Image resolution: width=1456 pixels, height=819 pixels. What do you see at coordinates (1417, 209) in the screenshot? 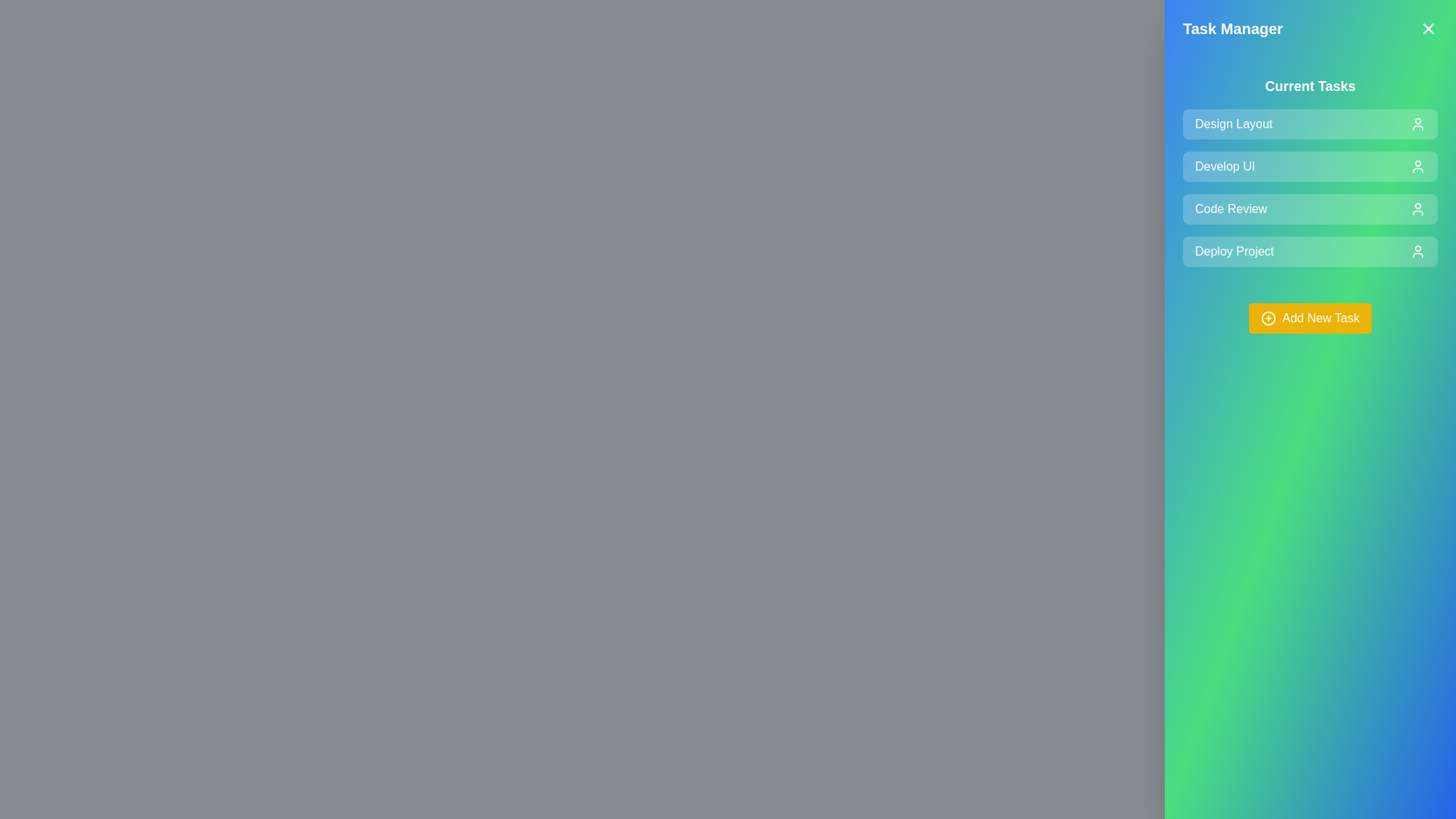
I see `the circular user icon located on the right end of the 'Code Review' task entry within the 'Task Manager' section` at bounding box center [1417, 209].